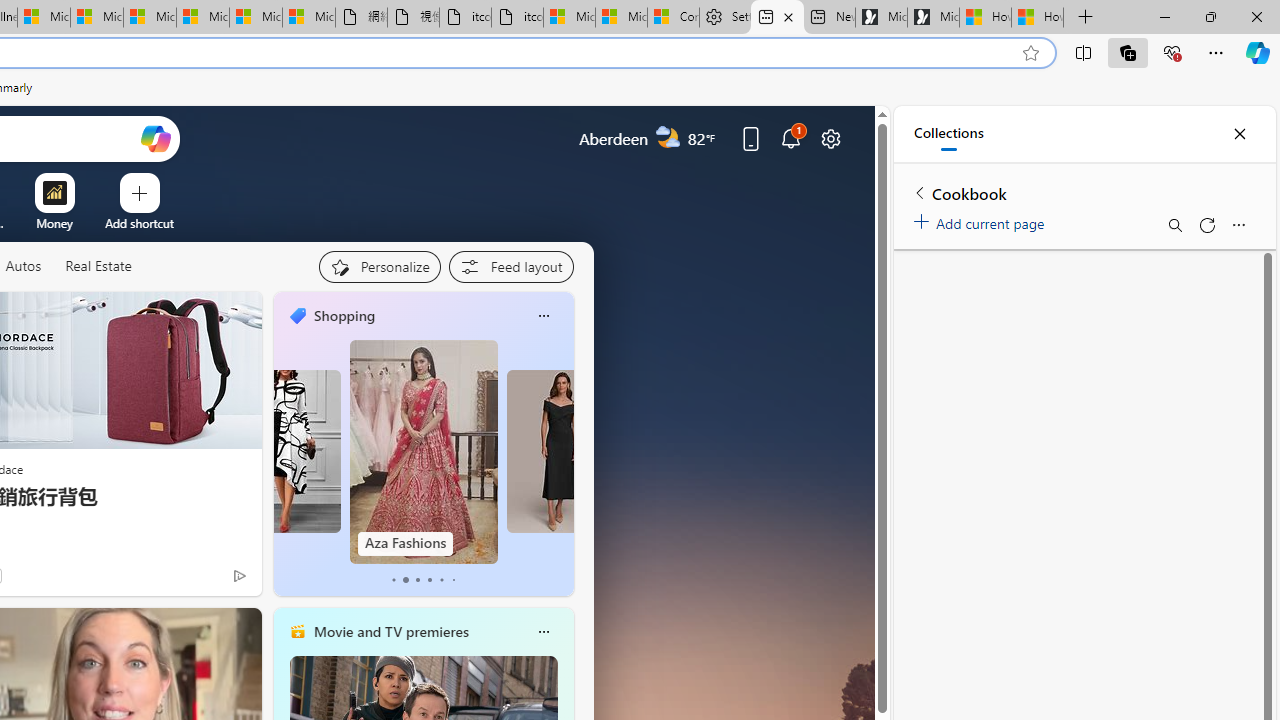 Image resolution: width=1280 pixels, height=720 pixels. I want to click on 'Feed settings', so click(510, 266).